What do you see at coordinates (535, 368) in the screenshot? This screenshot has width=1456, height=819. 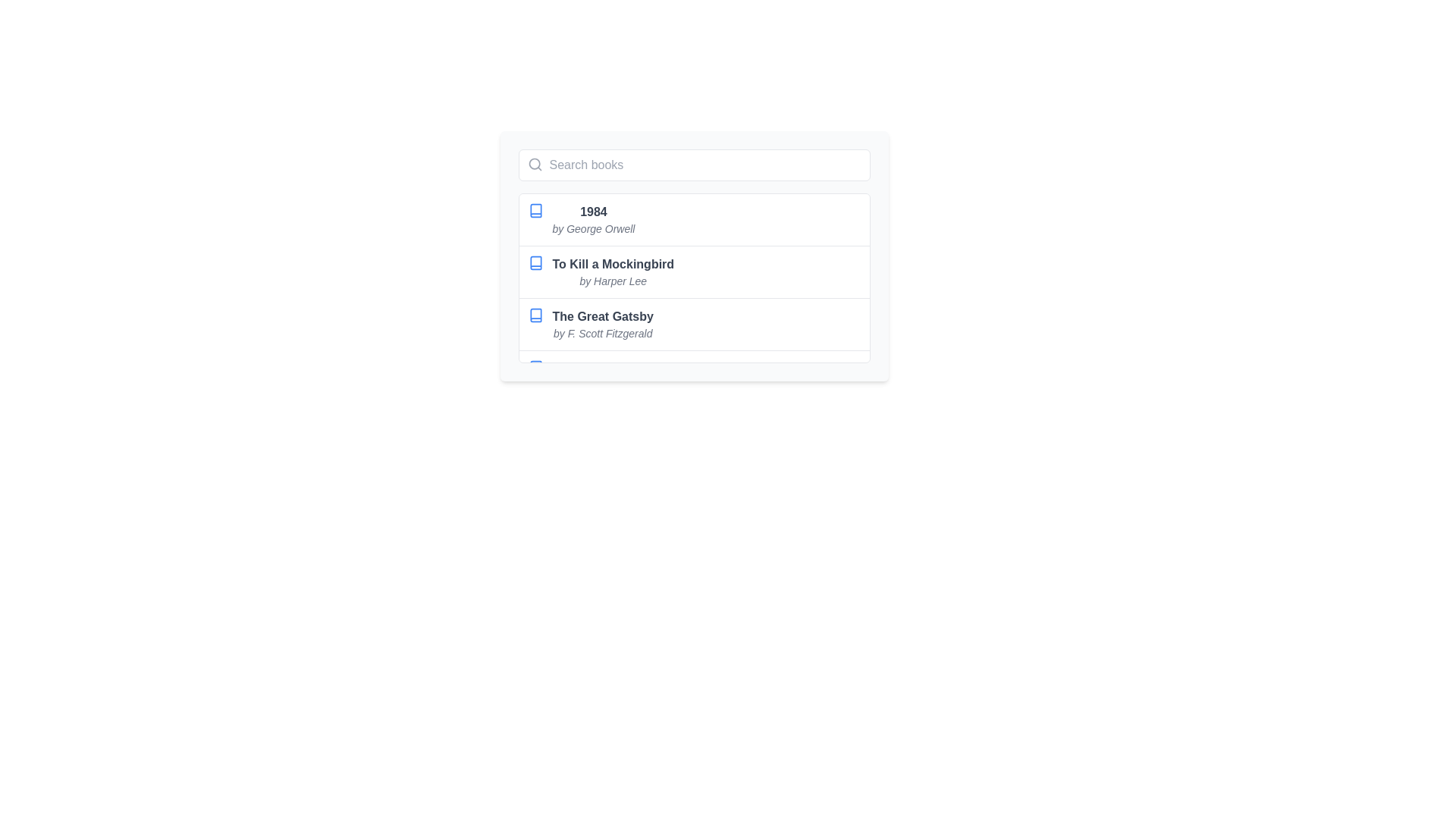 I see `the decorative SVG icon located at the lower left corner of the book listing panel` at bounding box center [535, 368].